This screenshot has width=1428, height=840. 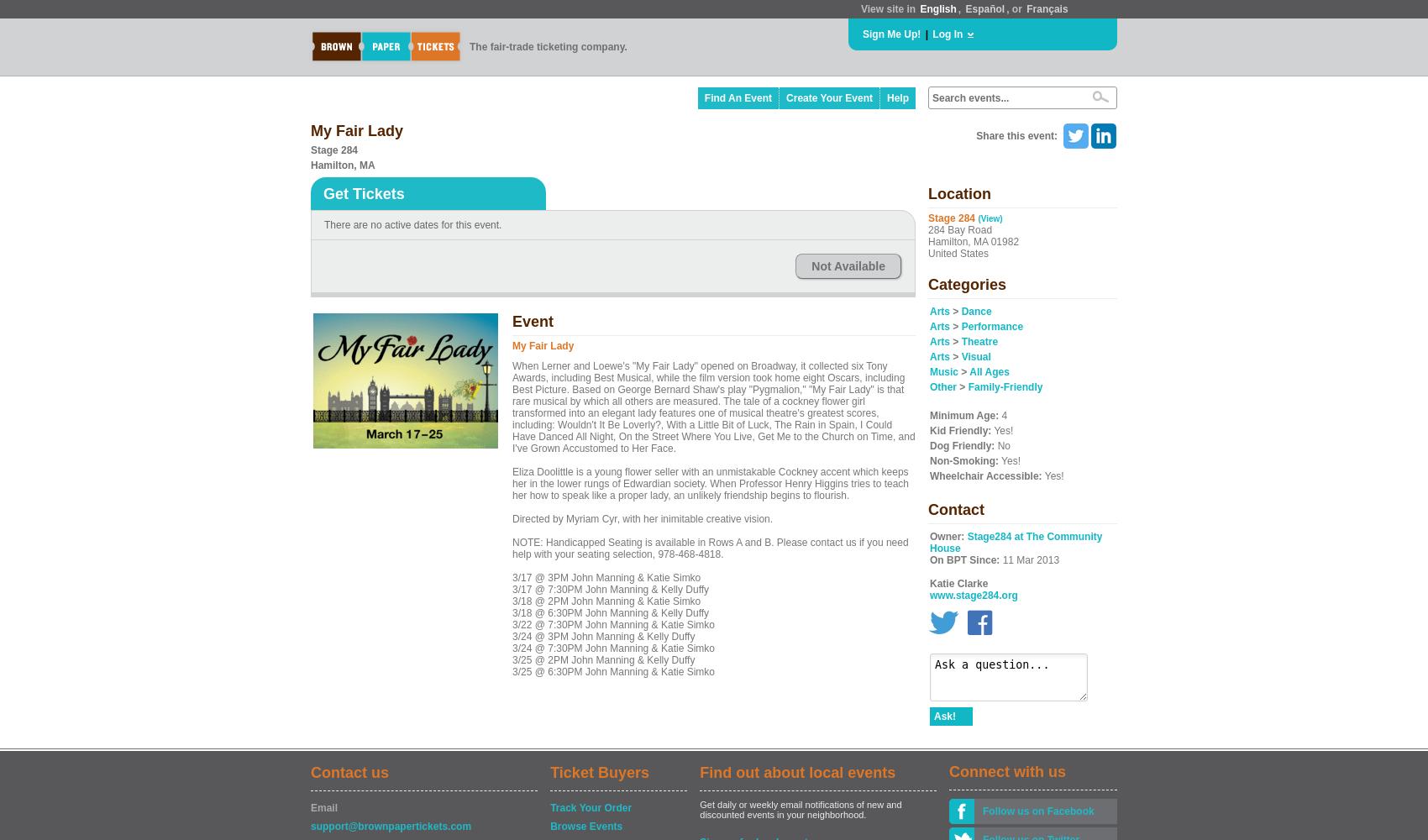 I want to click on 'Get daily or weekly email notifications of new and discounted events in your neighborhood.', so click(x=801, y=809).